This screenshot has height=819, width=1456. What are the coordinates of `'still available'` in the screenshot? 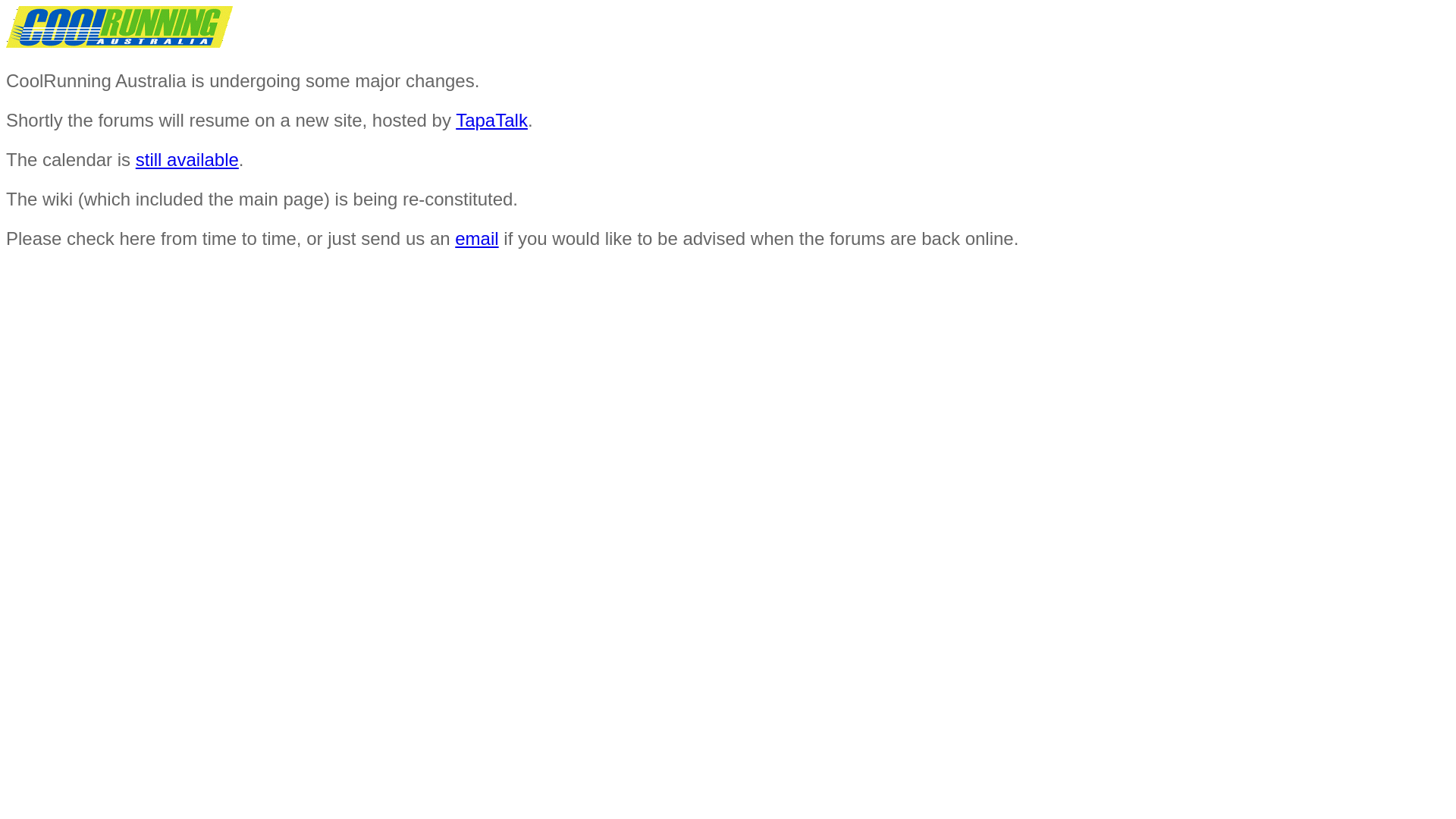 It's located at (186, 159).